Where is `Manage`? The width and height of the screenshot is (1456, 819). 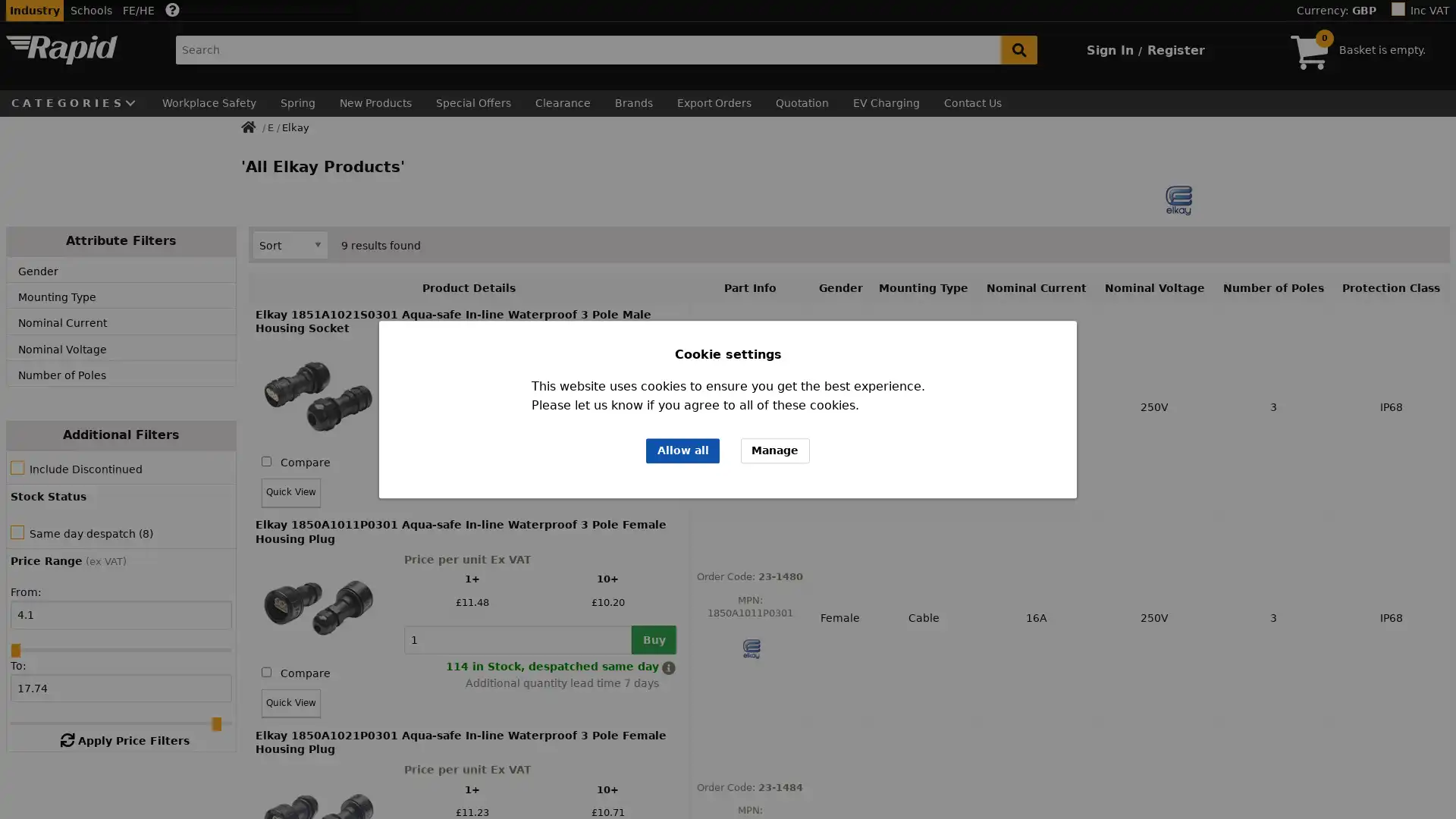
Manage is located at coordinates (775, 450).